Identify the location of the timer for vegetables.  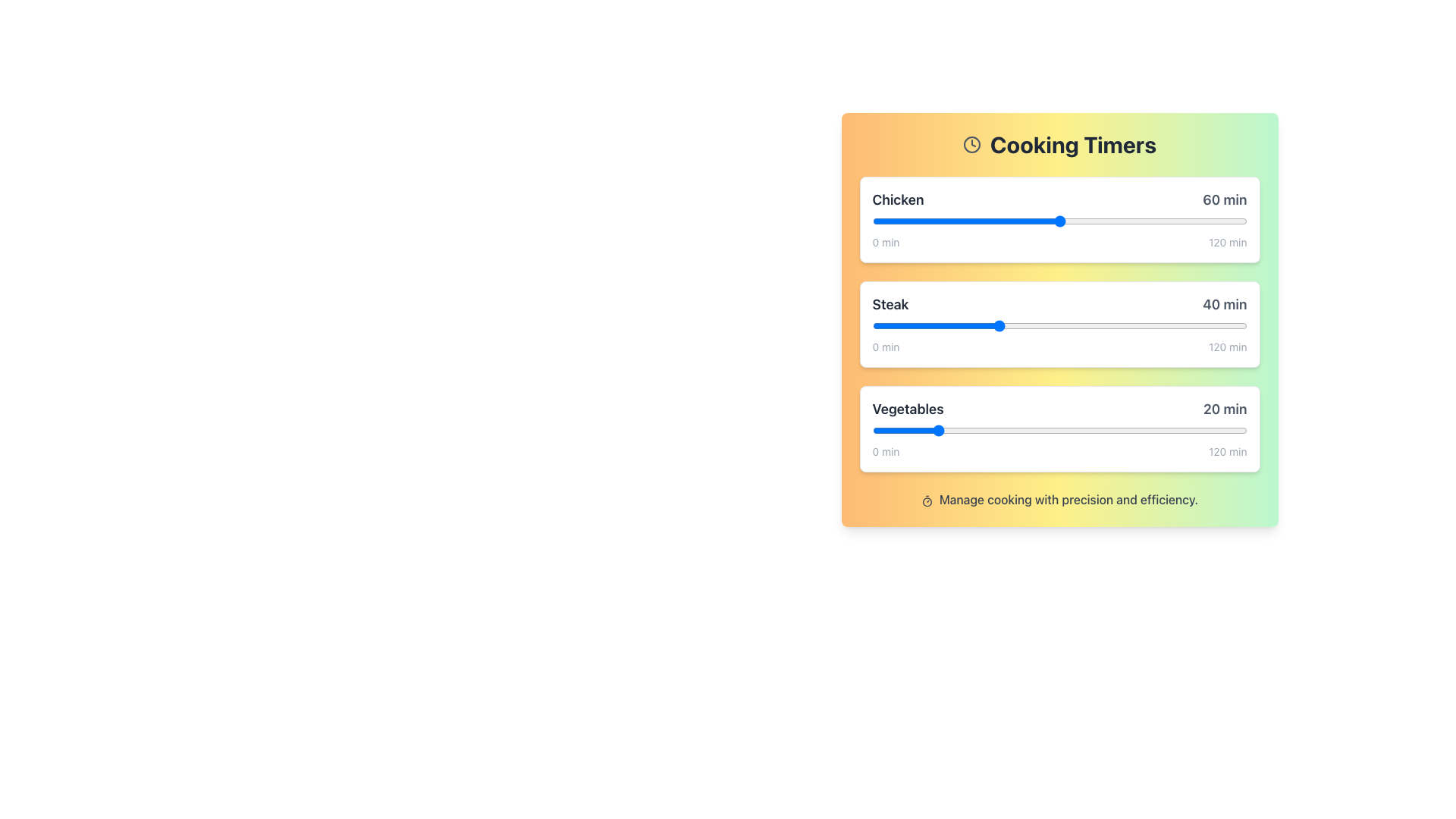
(924, 430).